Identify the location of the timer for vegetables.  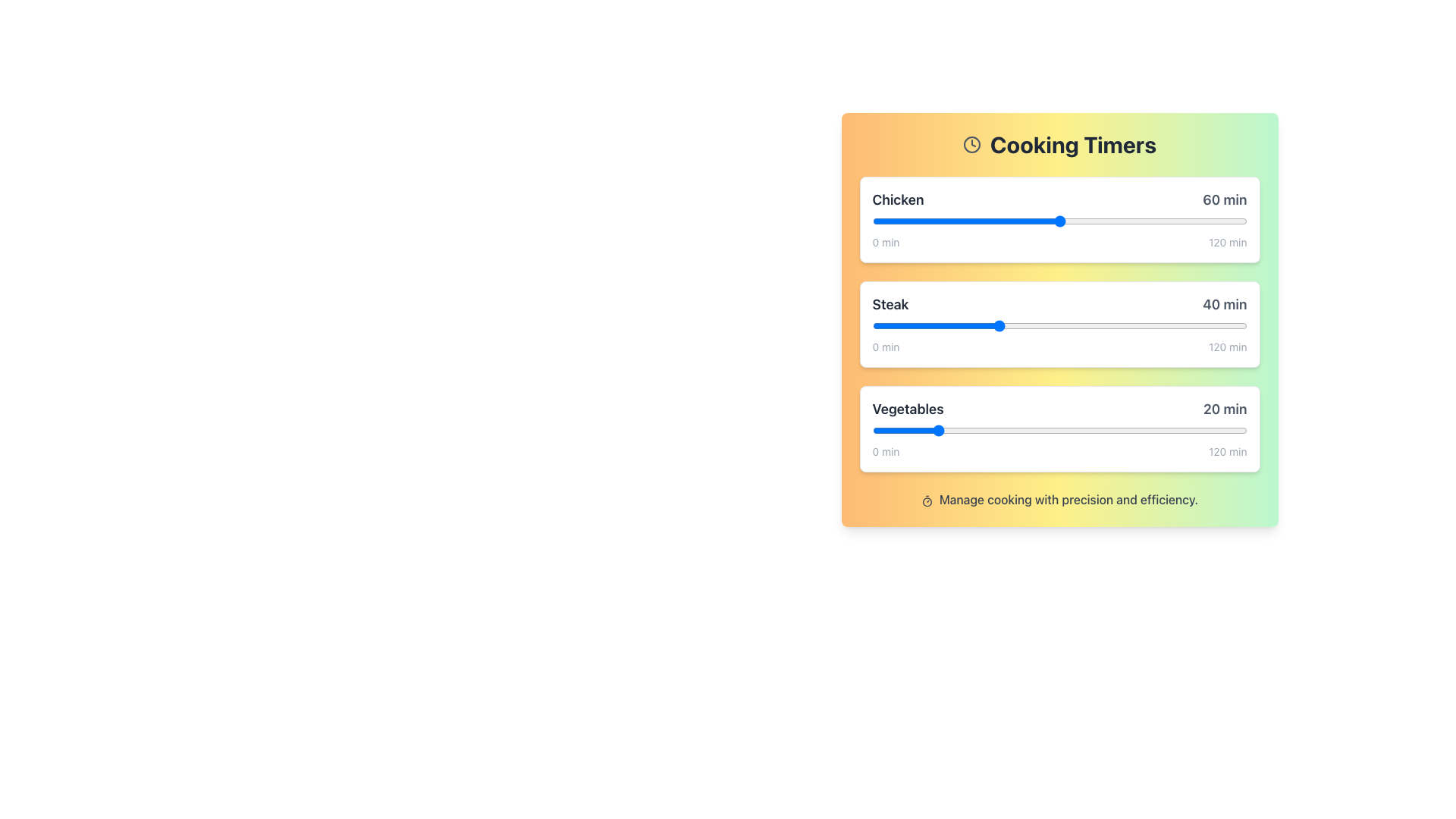
(924, 430).